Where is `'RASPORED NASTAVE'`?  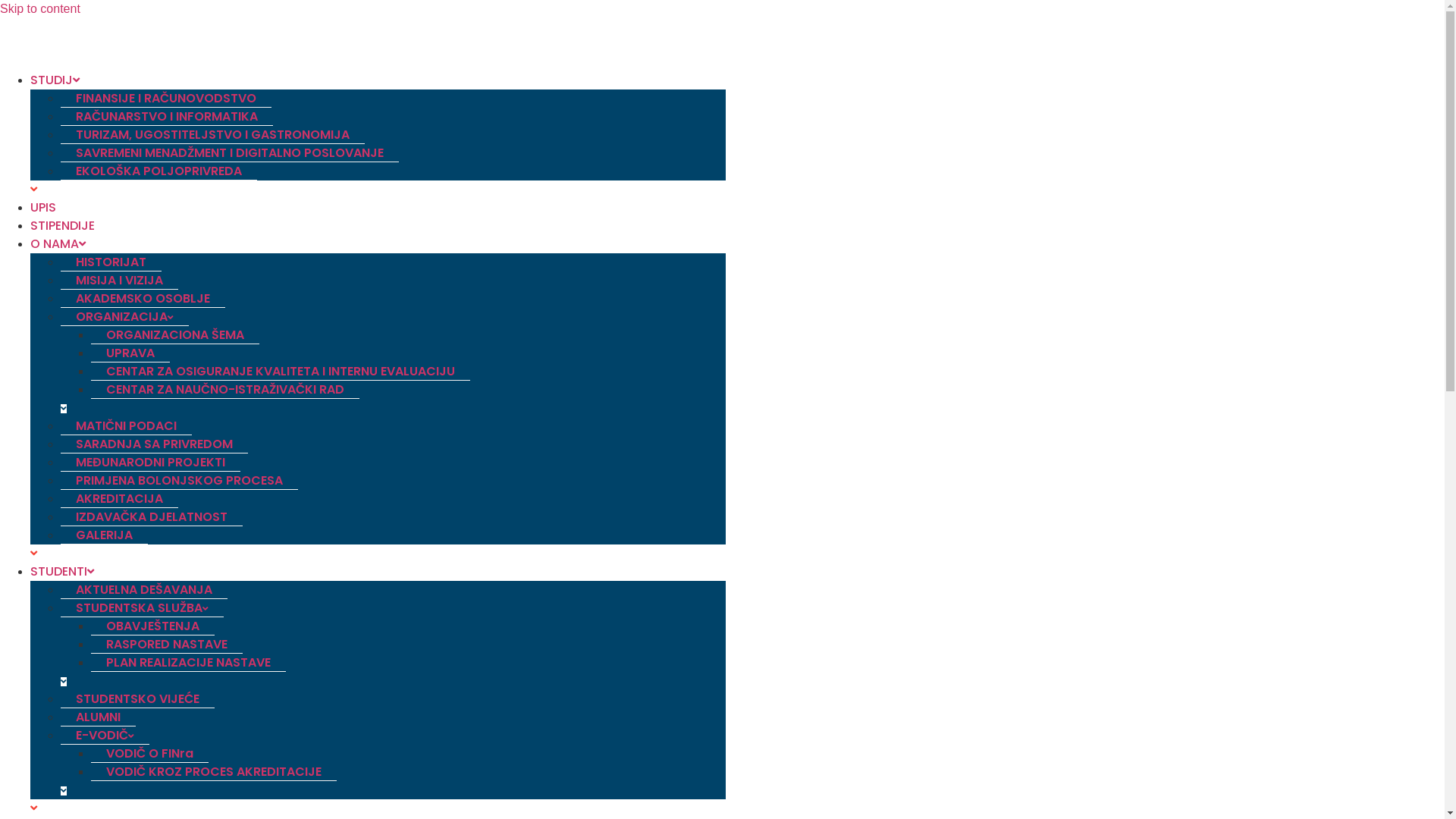
'RASPORED NASTAVE' is located at coordinates (90, 644).